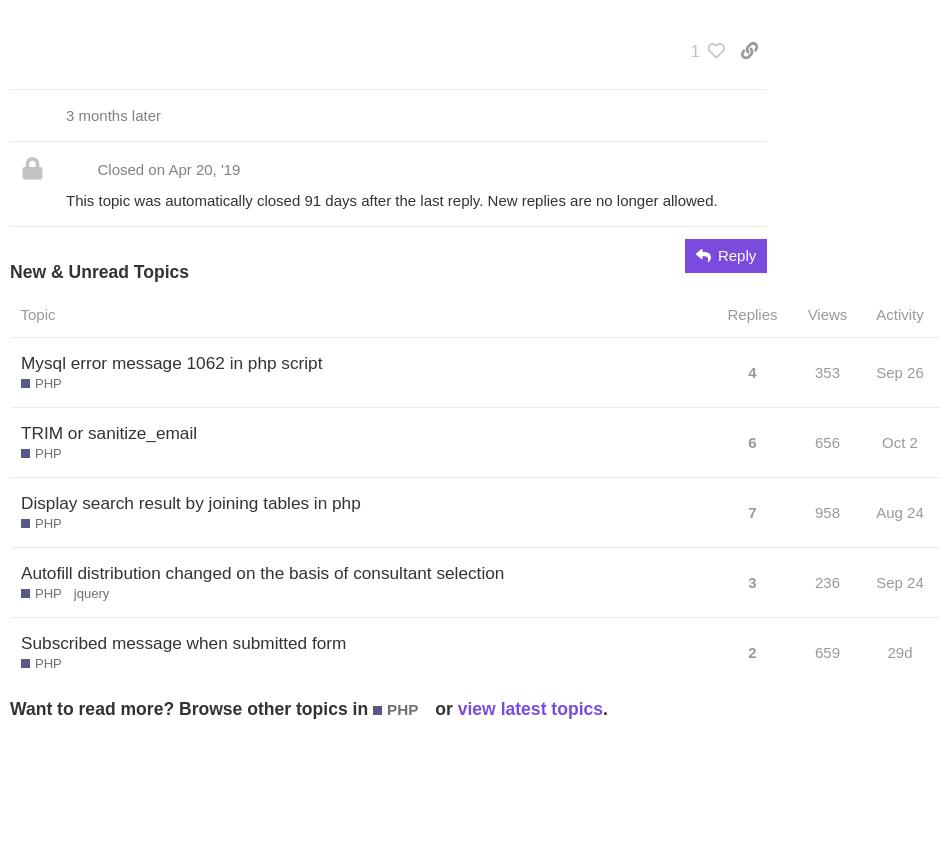 The image size is (950, 844). Describe the element at coordinates (695, 49) in the screenshot. I see `'1'` at that location.